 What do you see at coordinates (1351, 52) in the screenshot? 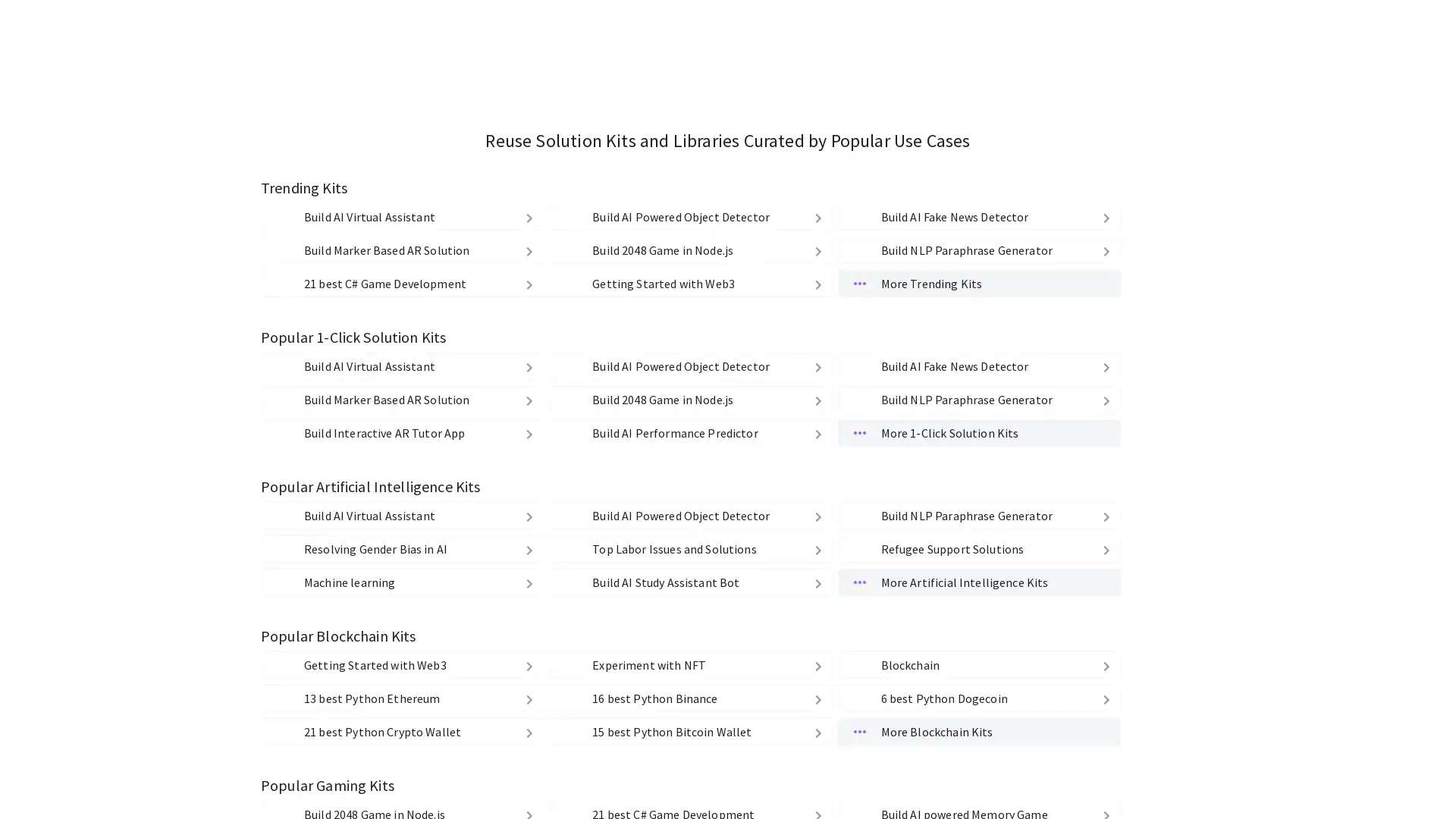
I see `kandi facebook` at bounding box center [1351, 52].